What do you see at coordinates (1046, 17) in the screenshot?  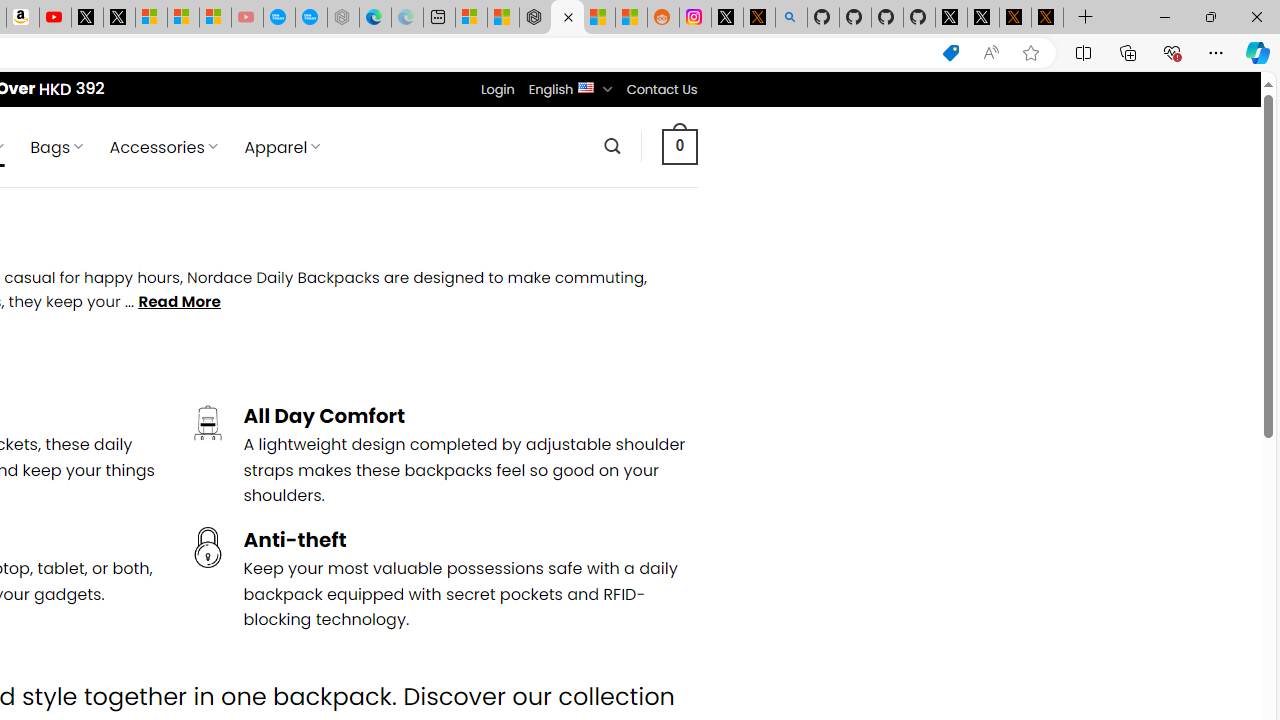 I see `'X Privacy Policy'` at bounding box center [1046, 17].